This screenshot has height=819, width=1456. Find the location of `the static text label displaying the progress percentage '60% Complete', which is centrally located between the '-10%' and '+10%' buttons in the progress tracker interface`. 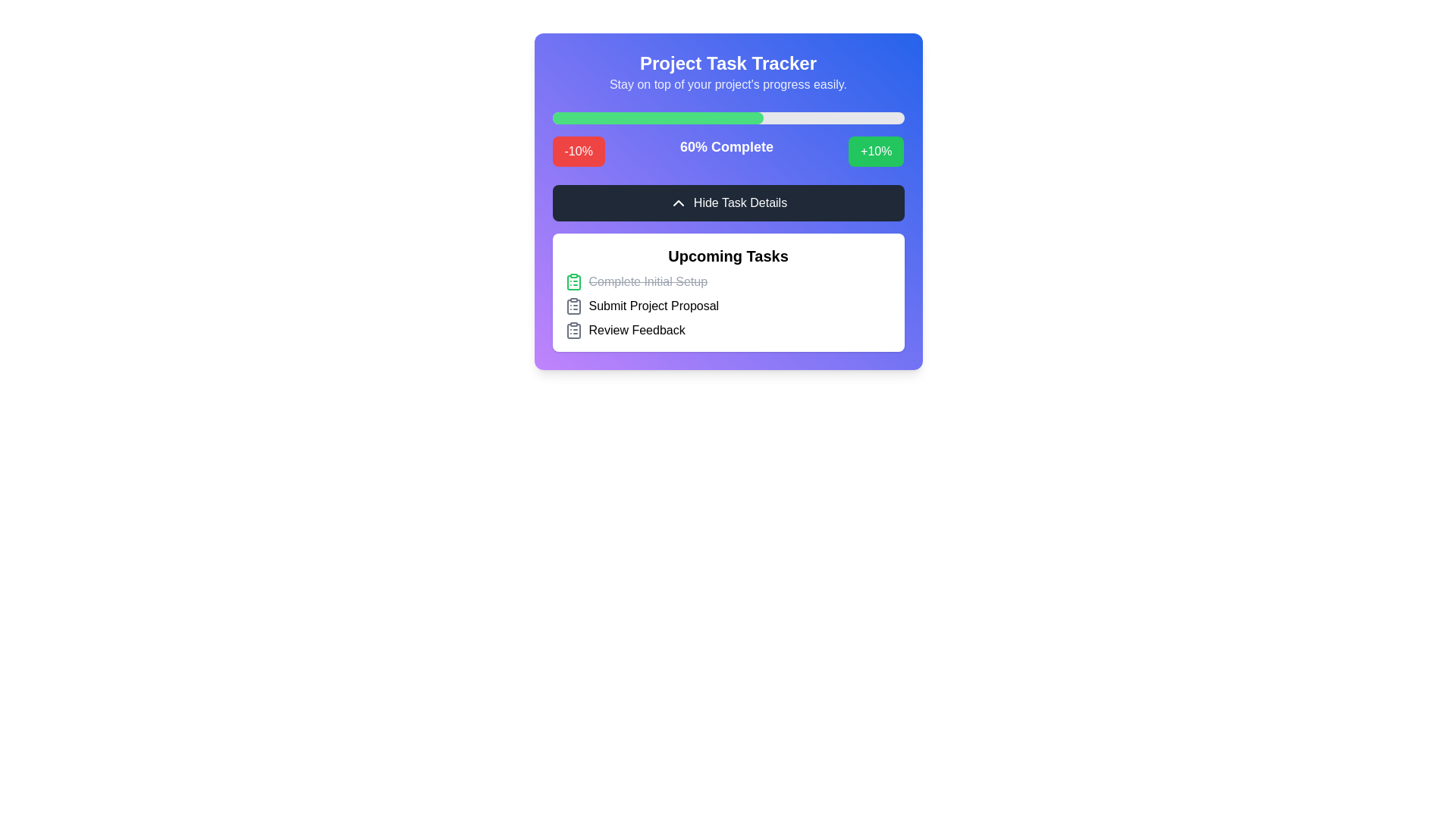

the static text label displaying the progress percentage '60% Complete', which is centrally located between the '-10%' and '+10%' buttons in the progress tracker interface is located at coordinates (726, 152).